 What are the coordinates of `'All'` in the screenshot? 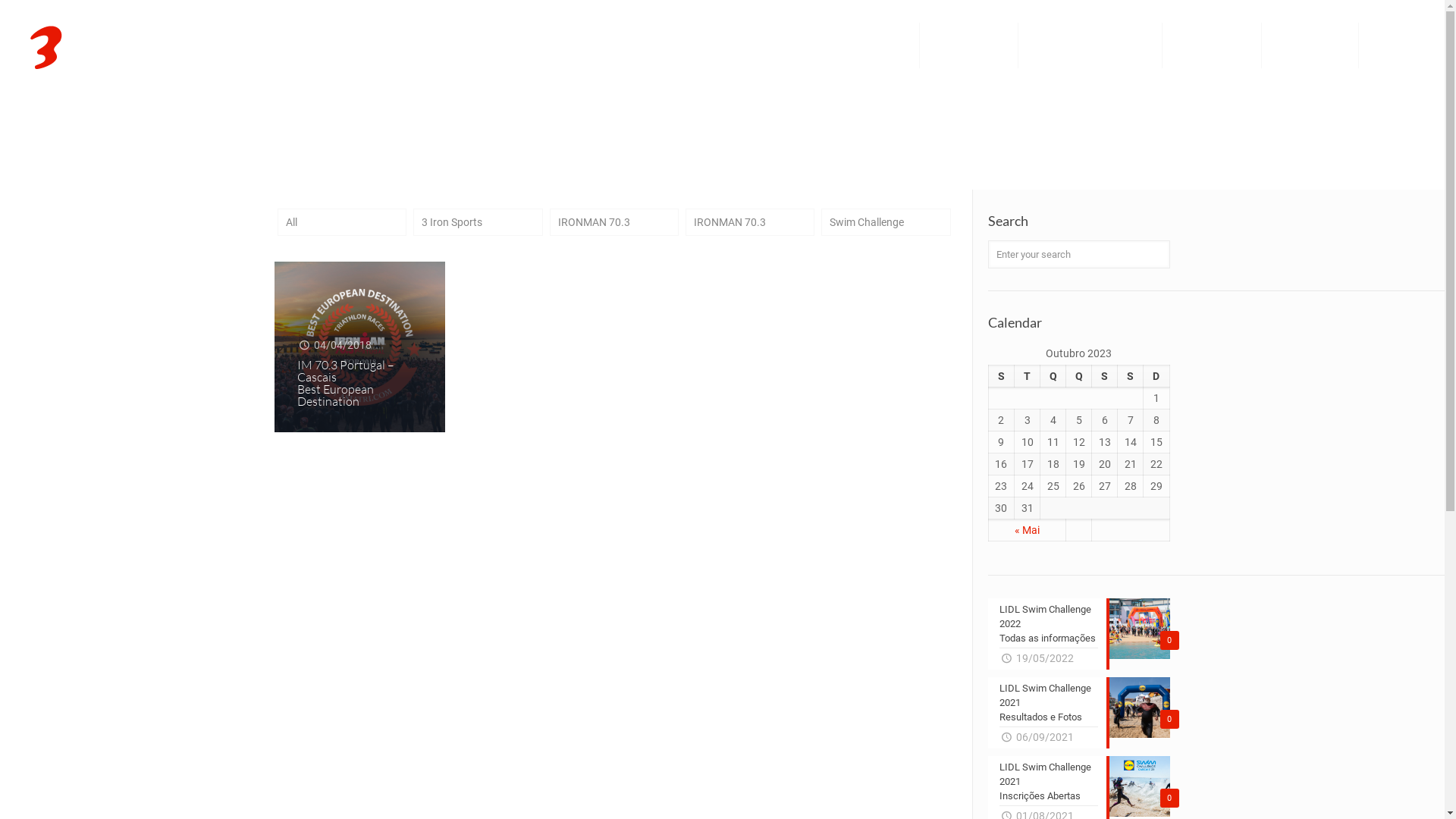 It's located at (341, 221).